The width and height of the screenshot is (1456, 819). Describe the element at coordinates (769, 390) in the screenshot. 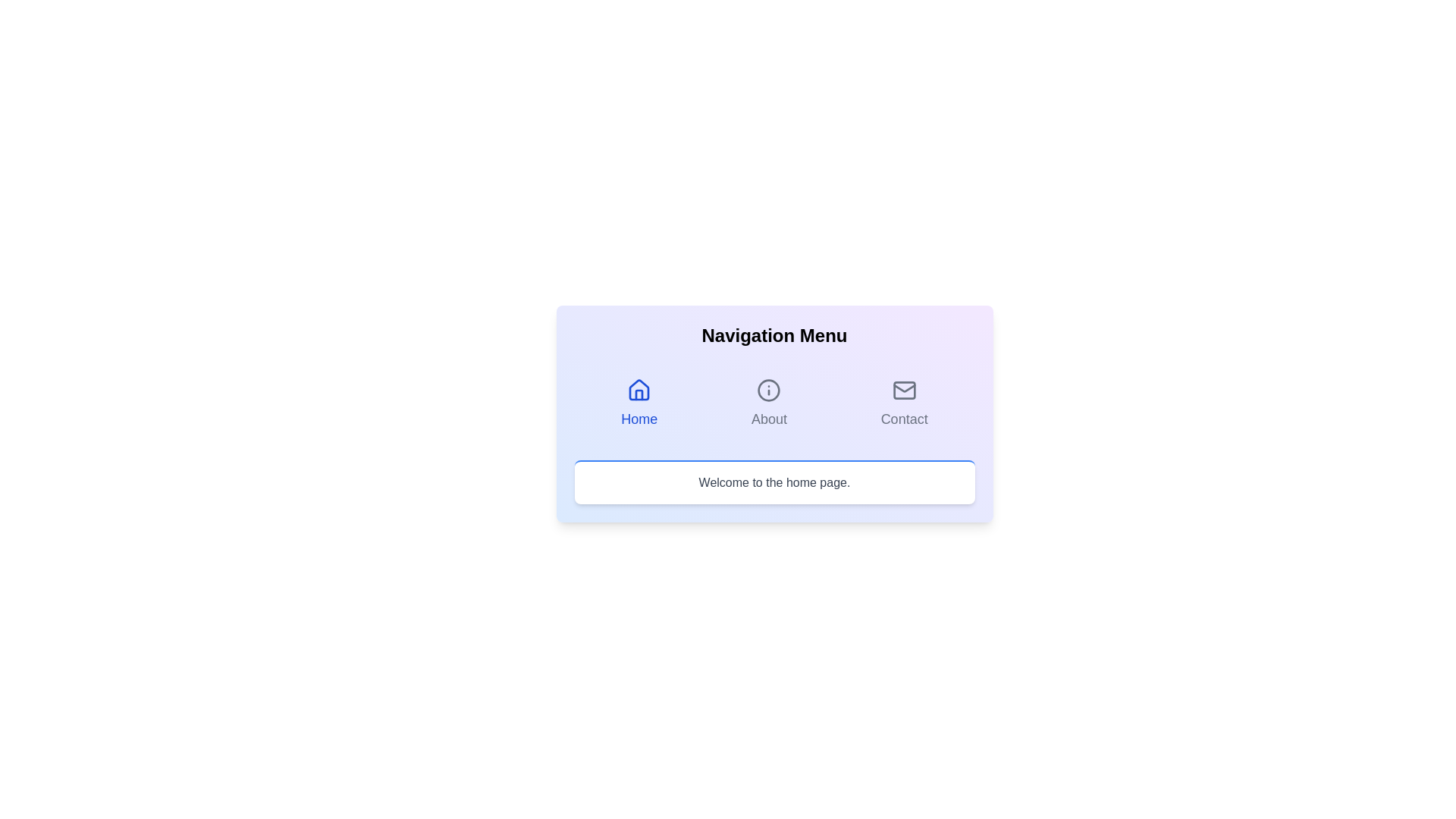

I see `the About icon to observe the visual feedback` at that location.